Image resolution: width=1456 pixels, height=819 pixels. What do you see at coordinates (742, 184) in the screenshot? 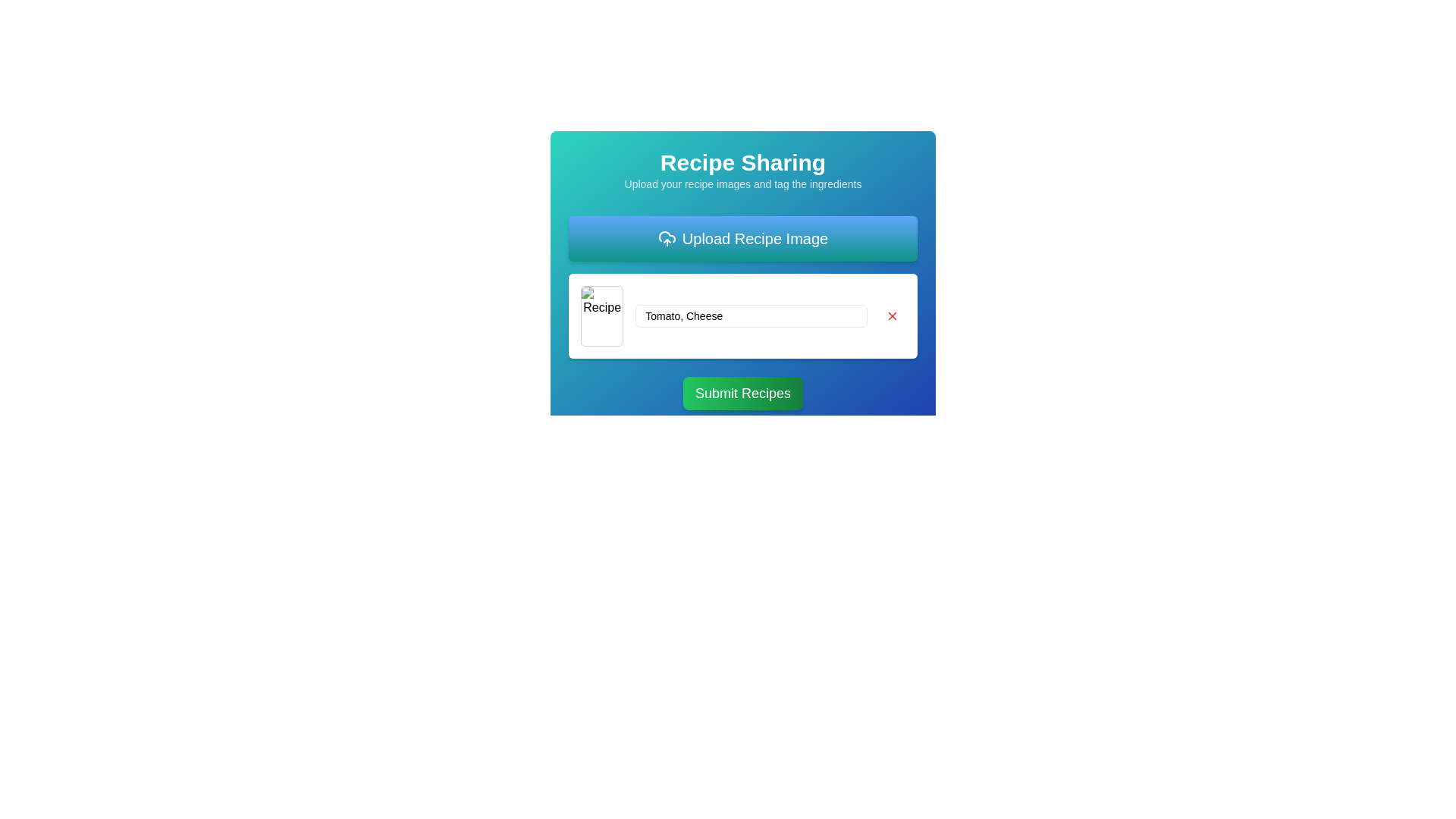
I see `the static text element that reads 'Upload your recipe images and tag the ingredients.', styled in light gray and positioned below the title 'Recipe Sharing'` at bounding box center [742, 184].